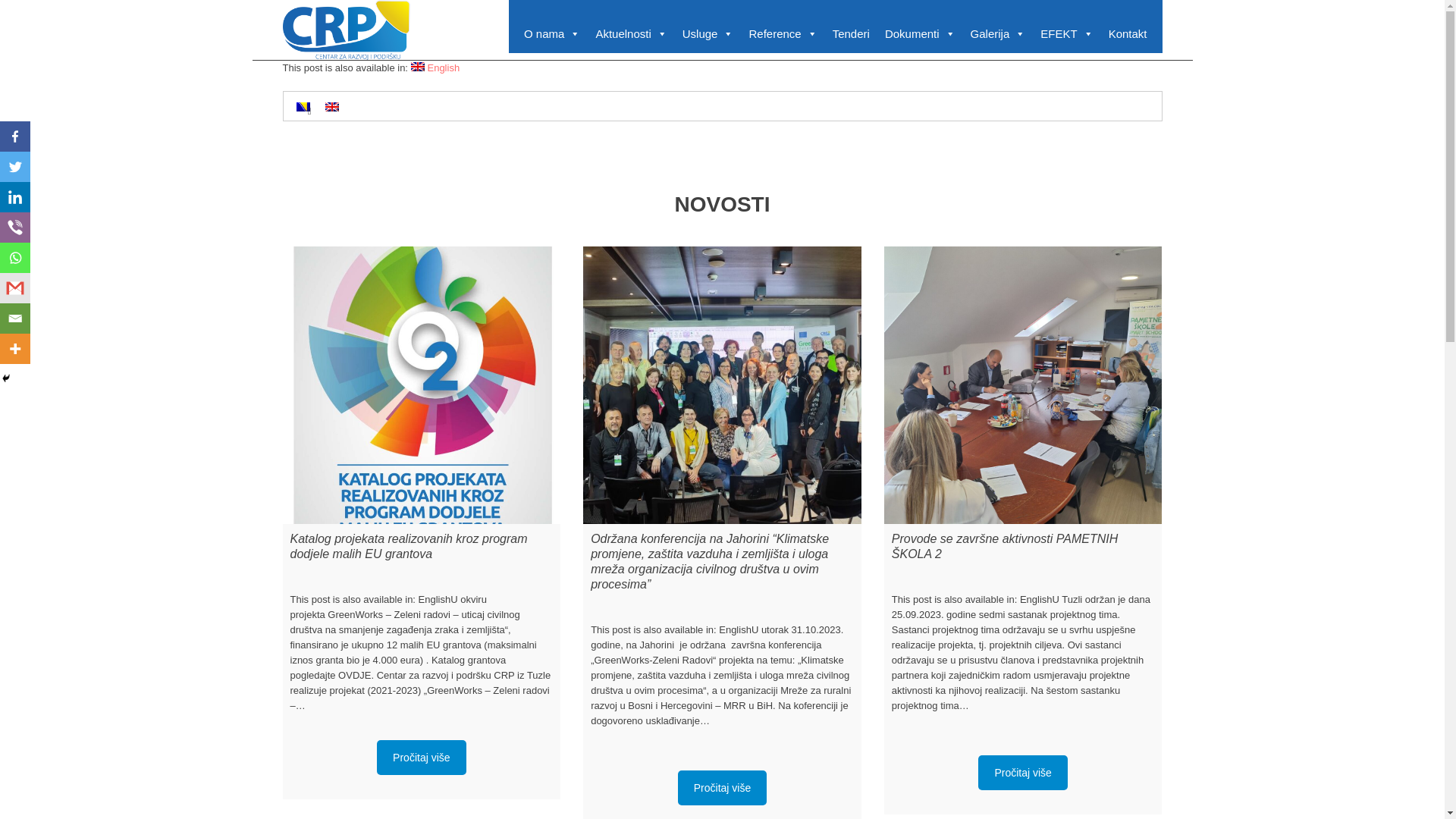  Describe the element at coordinates (1128, 34) in the screenshot. I see `'Kontakt'` at that location.